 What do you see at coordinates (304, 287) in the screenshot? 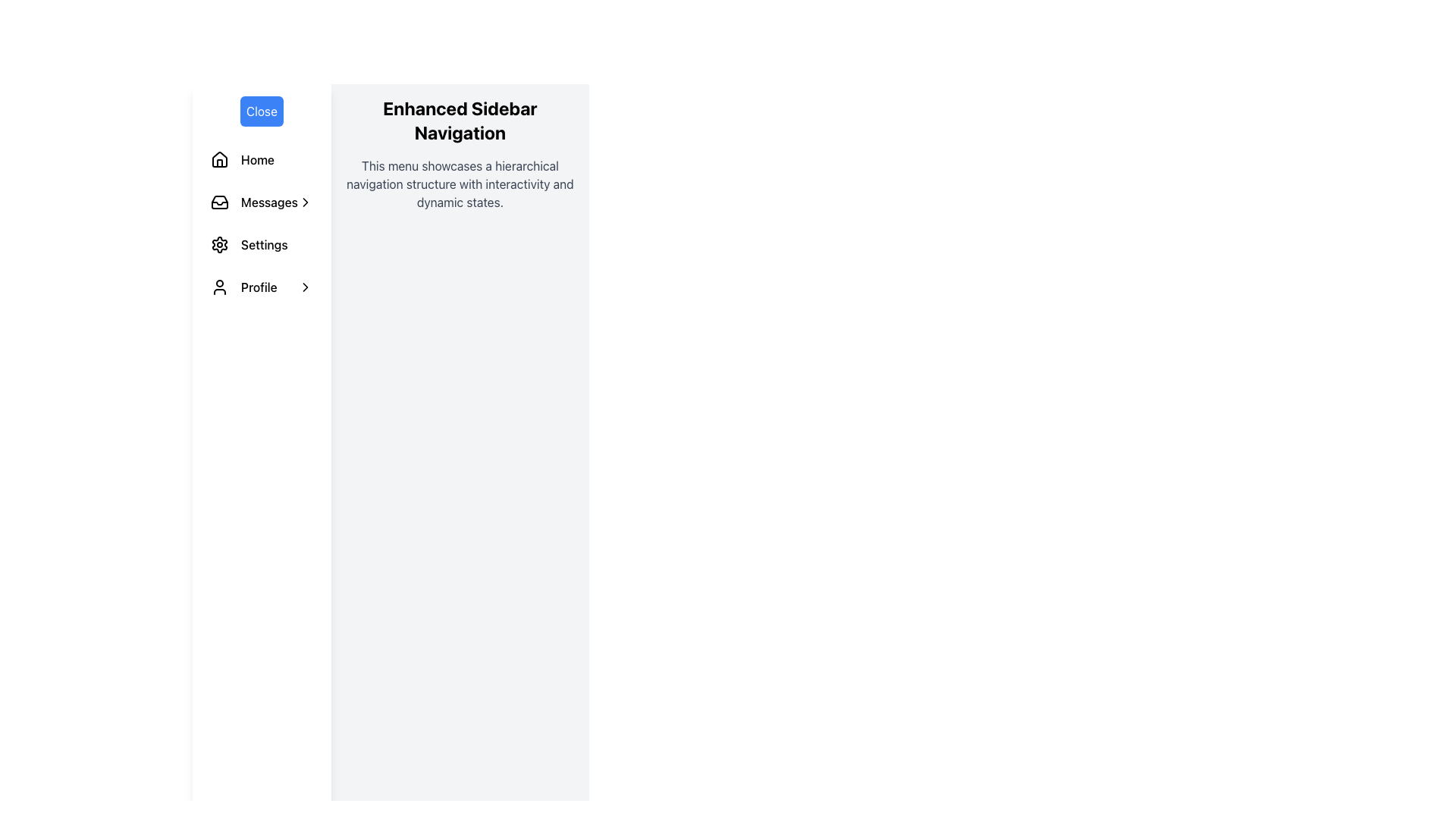
I see `the Chevron Icon located at the far right of the 'Profile' item row in the vertical navigation bar, adjacent to the text 'Profile'` at bounding box center [304, 287].